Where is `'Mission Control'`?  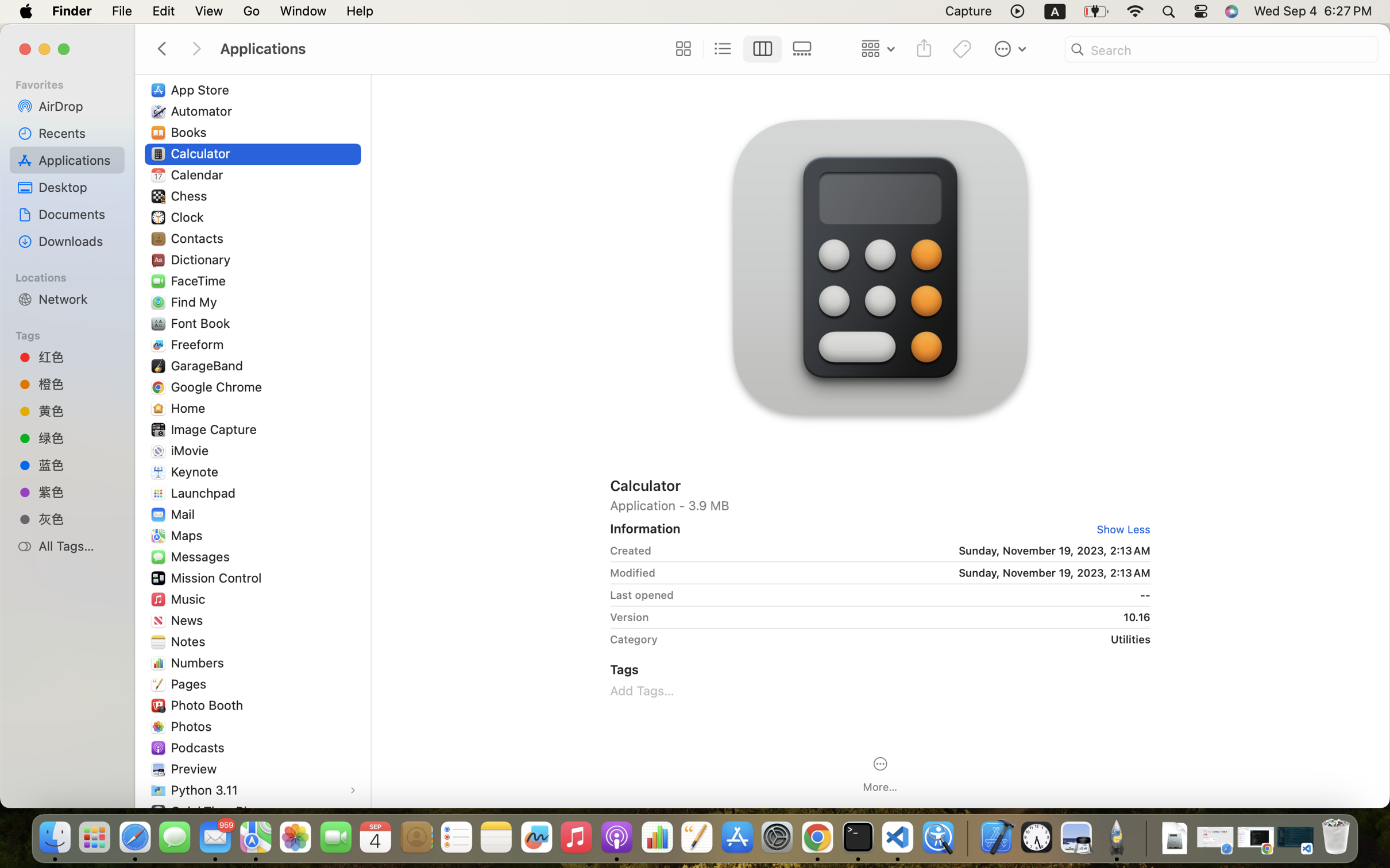 'Mission Control' is located at coordinates (219, 578).